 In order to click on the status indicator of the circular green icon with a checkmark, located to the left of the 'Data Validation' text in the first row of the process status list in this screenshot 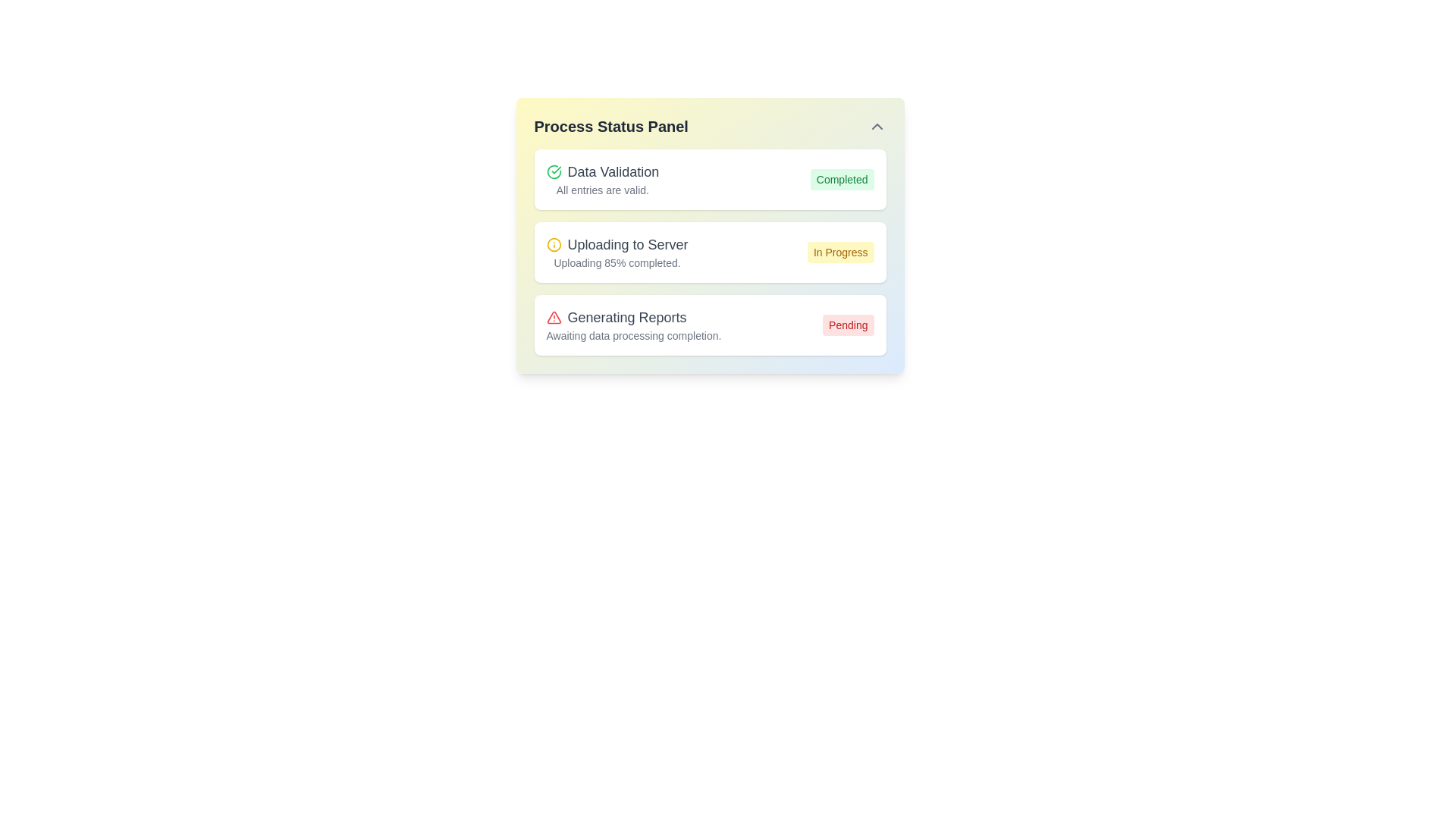, I will do `click(553, 171)`.